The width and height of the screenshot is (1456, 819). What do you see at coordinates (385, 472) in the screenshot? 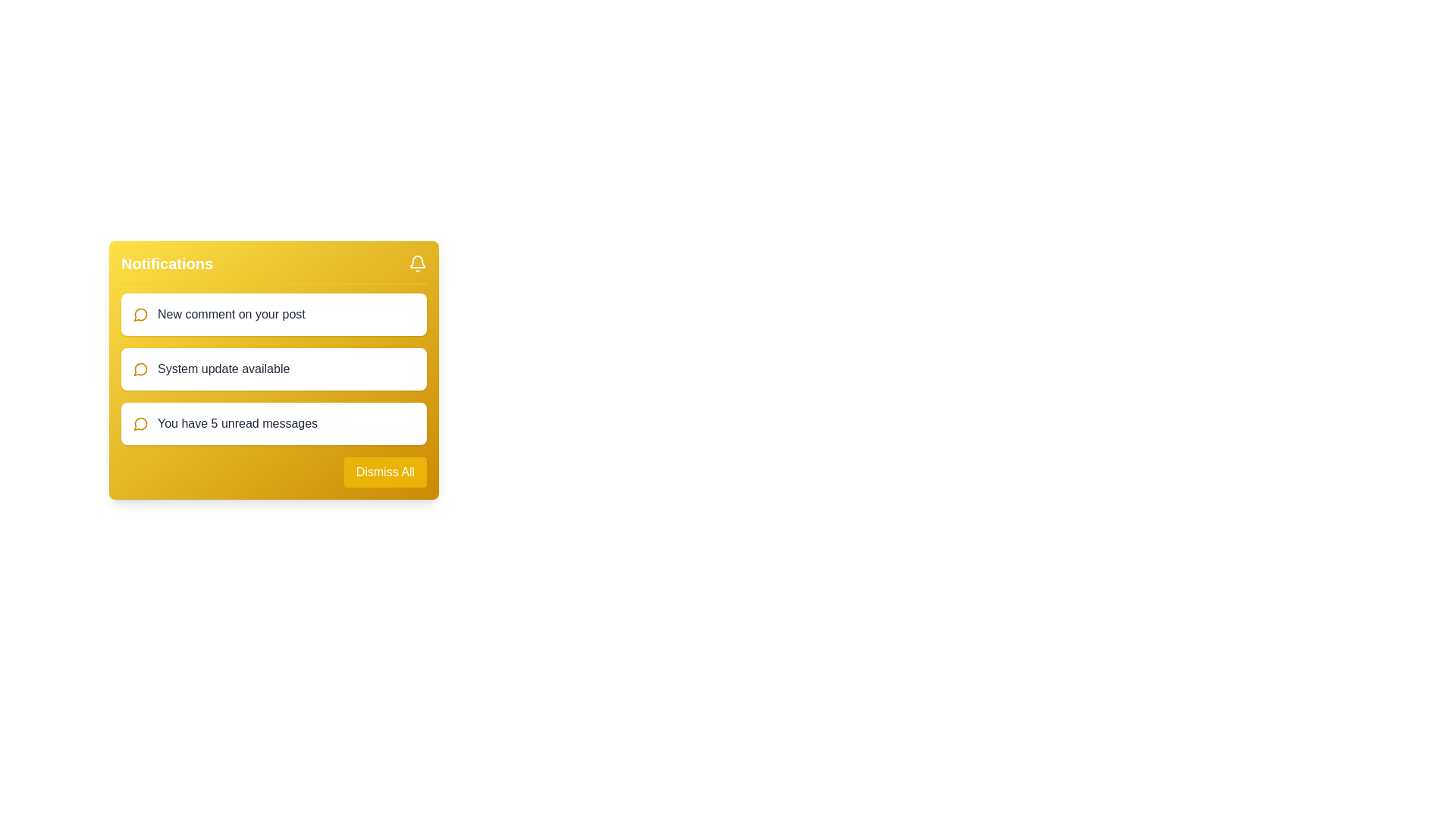
I see `the dismiss all notifications button located at the bottom-right corner of the notification panel with a golden background` at bounding box center [385, 472].